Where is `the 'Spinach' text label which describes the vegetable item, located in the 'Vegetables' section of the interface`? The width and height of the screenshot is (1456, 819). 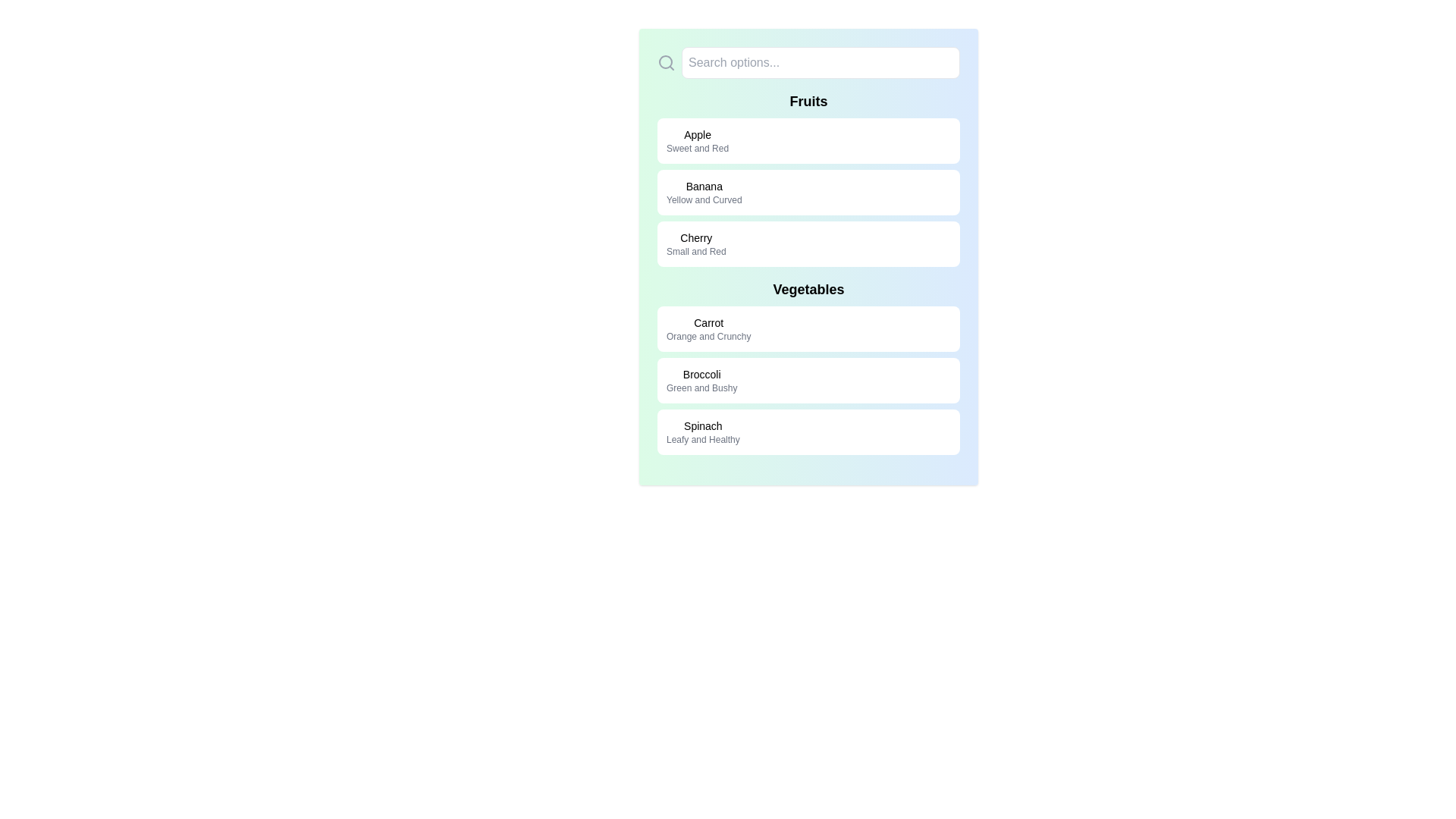 the 'Spinach' text label which describes the vegetable item, located in the 'Vegetables' section of the interface is located at coordinates (702, 432).